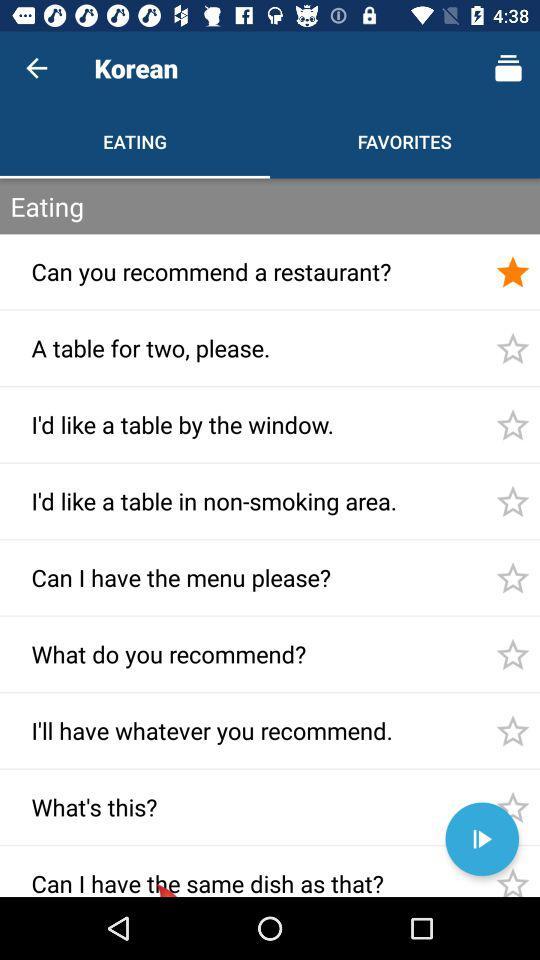 This screenshot has height=960, width=540. Describe the element at coordinates (481, 839) in the screenshot. I see `the skip_next icon` at that location.